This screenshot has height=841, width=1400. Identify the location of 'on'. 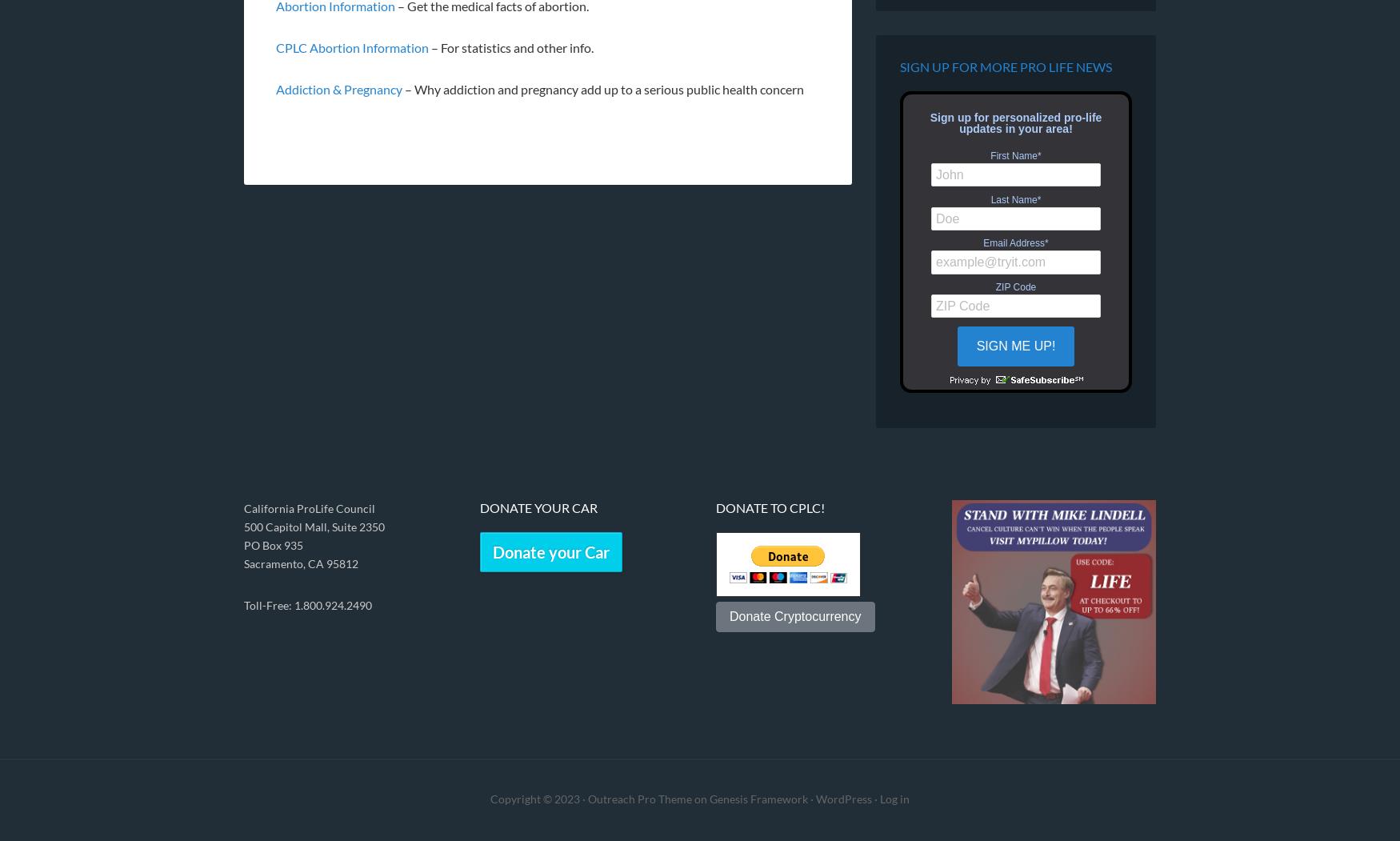
(692, 799).